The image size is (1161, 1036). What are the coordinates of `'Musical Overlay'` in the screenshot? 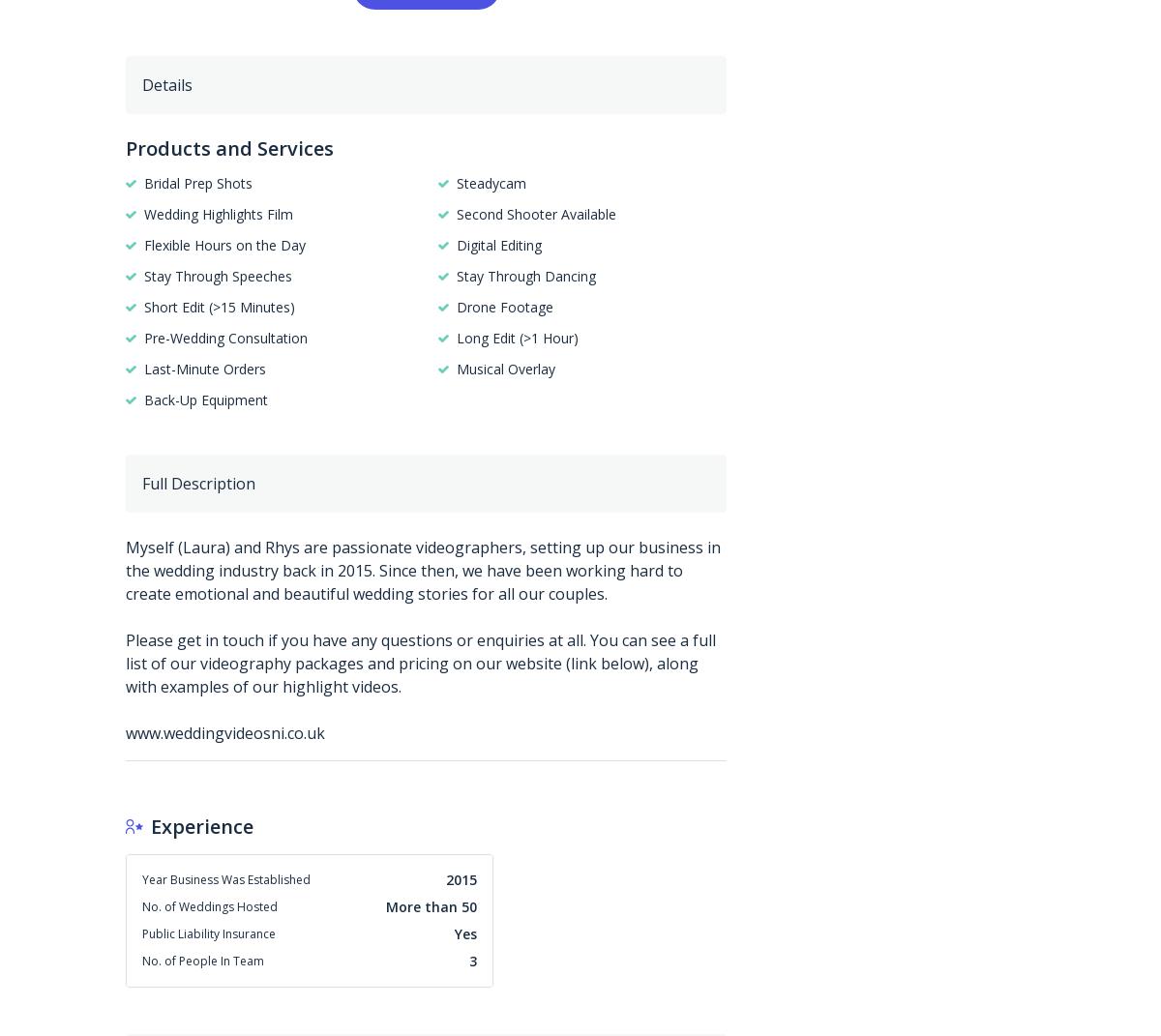 It's located at (504, 367).